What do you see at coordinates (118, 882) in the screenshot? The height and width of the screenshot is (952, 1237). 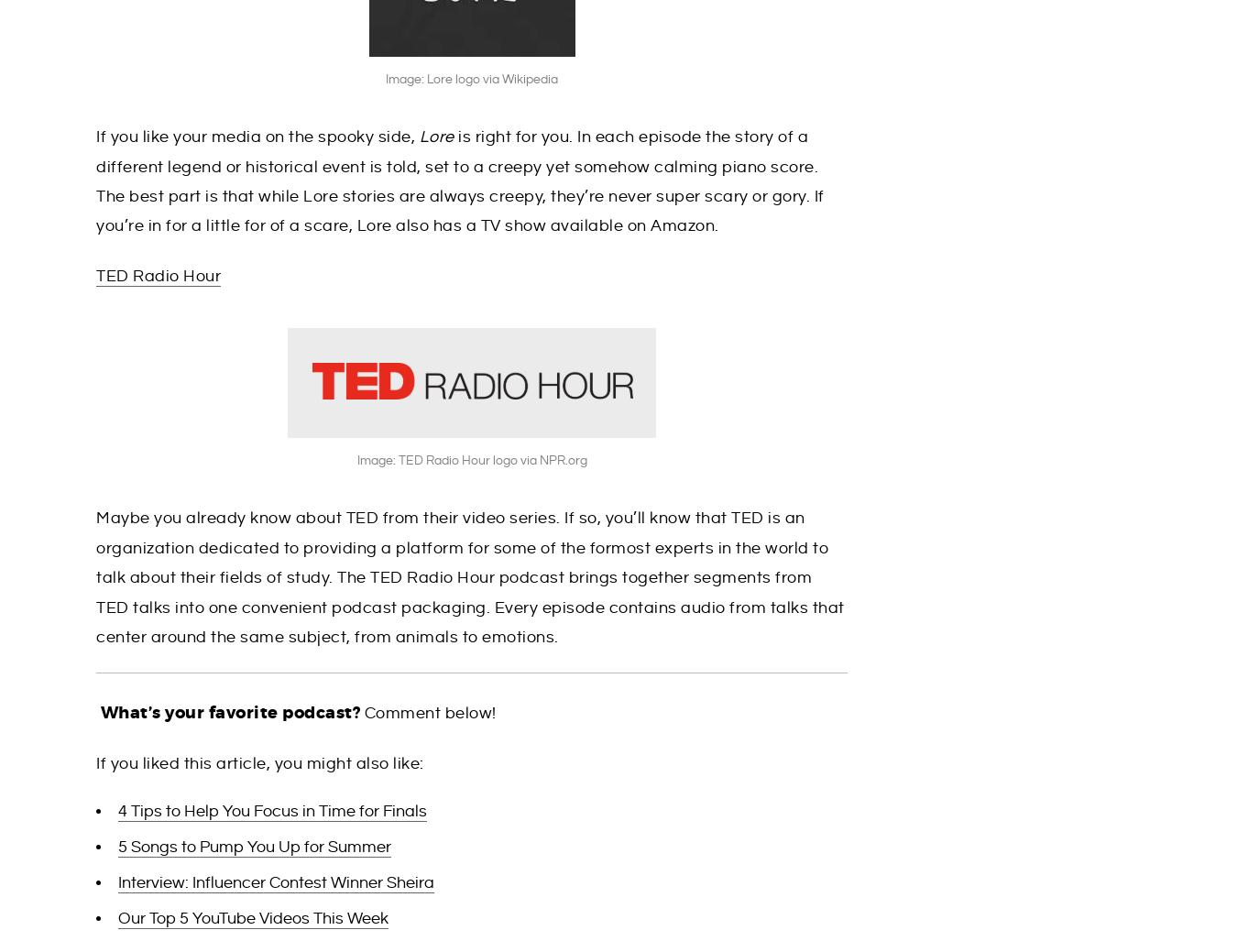 I see `'Interview: Influencer Contest Winner Sheira'` at bounding box center [118, 882].